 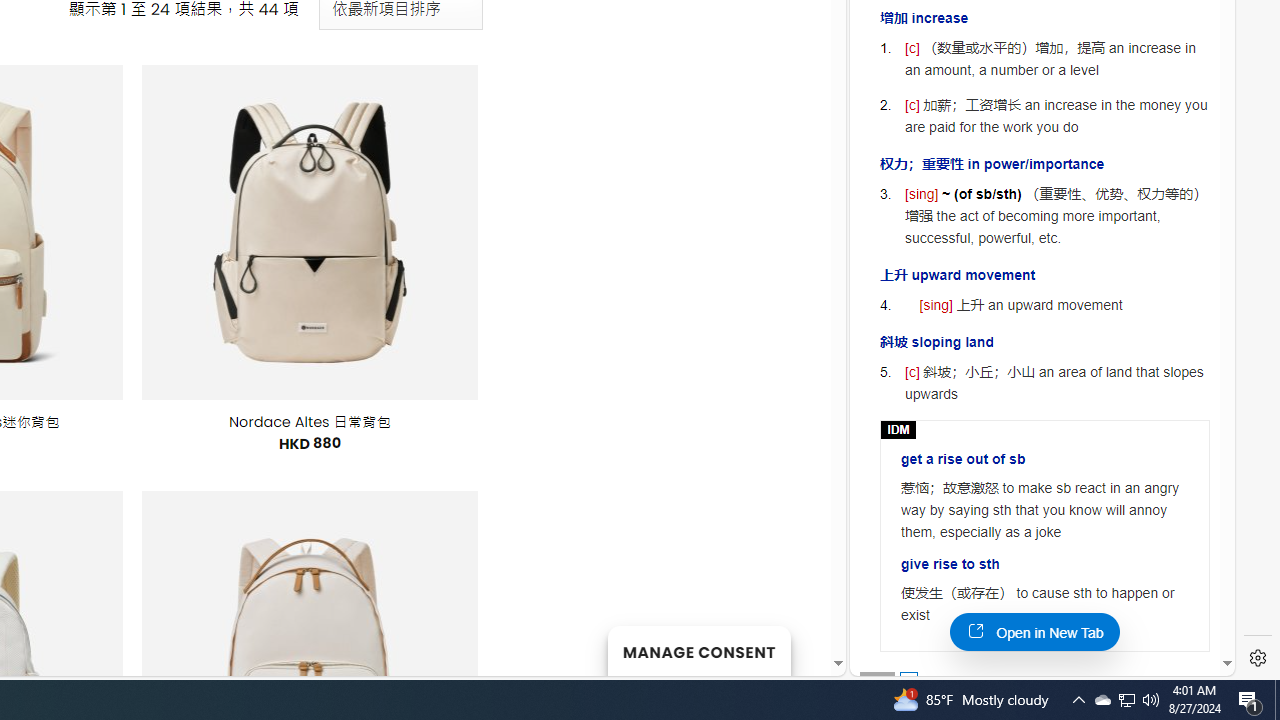 What do you see at coordinates (698, 650) in the screenshot?
I see `'MANAGE CONSENT'` at bounding box center [698, 650].